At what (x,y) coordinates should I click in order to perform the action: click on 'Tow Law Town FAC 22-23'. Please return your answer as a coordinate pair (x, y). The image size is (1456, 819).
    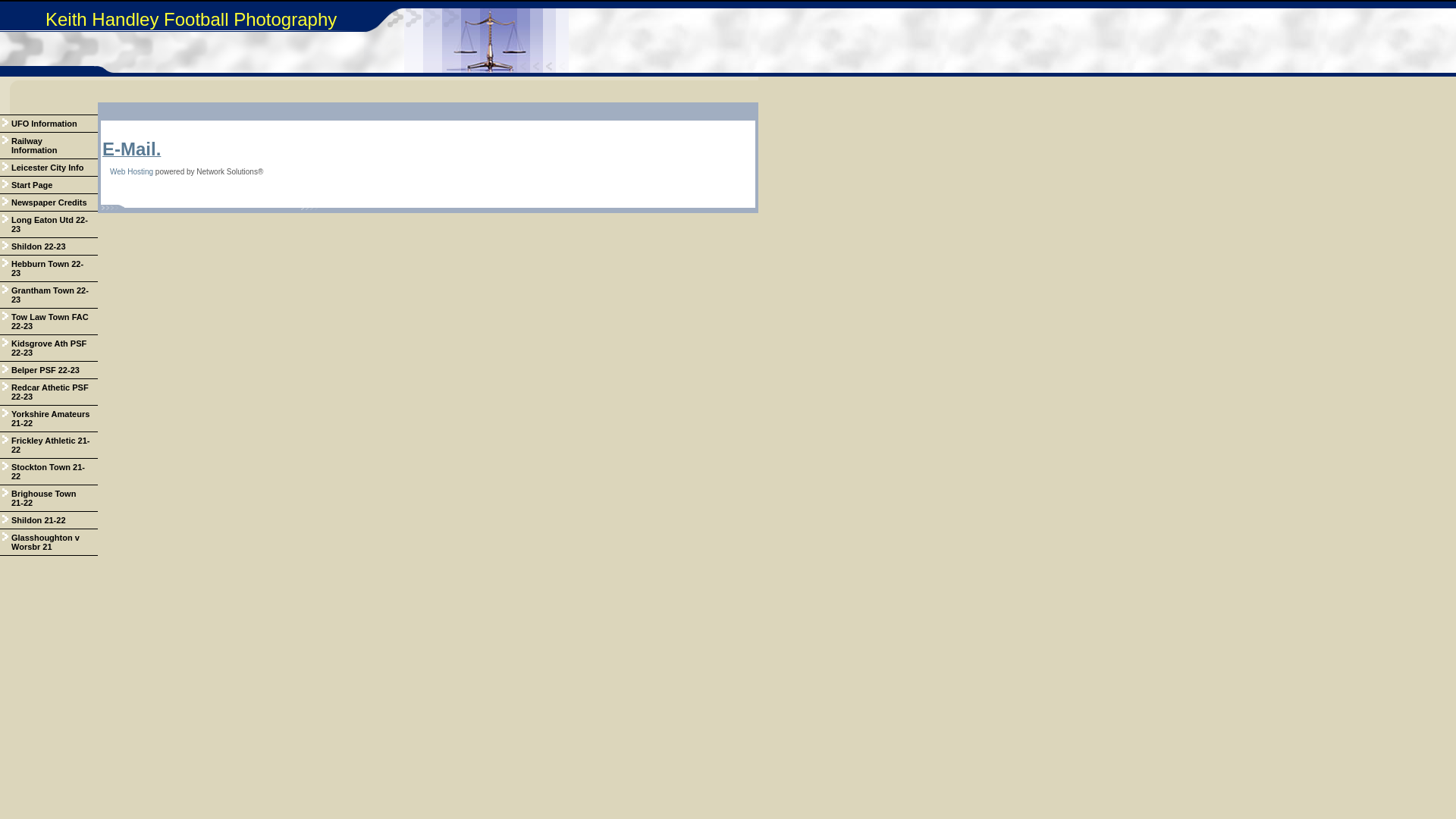
    Looking at the image, I should click on (49, 321).